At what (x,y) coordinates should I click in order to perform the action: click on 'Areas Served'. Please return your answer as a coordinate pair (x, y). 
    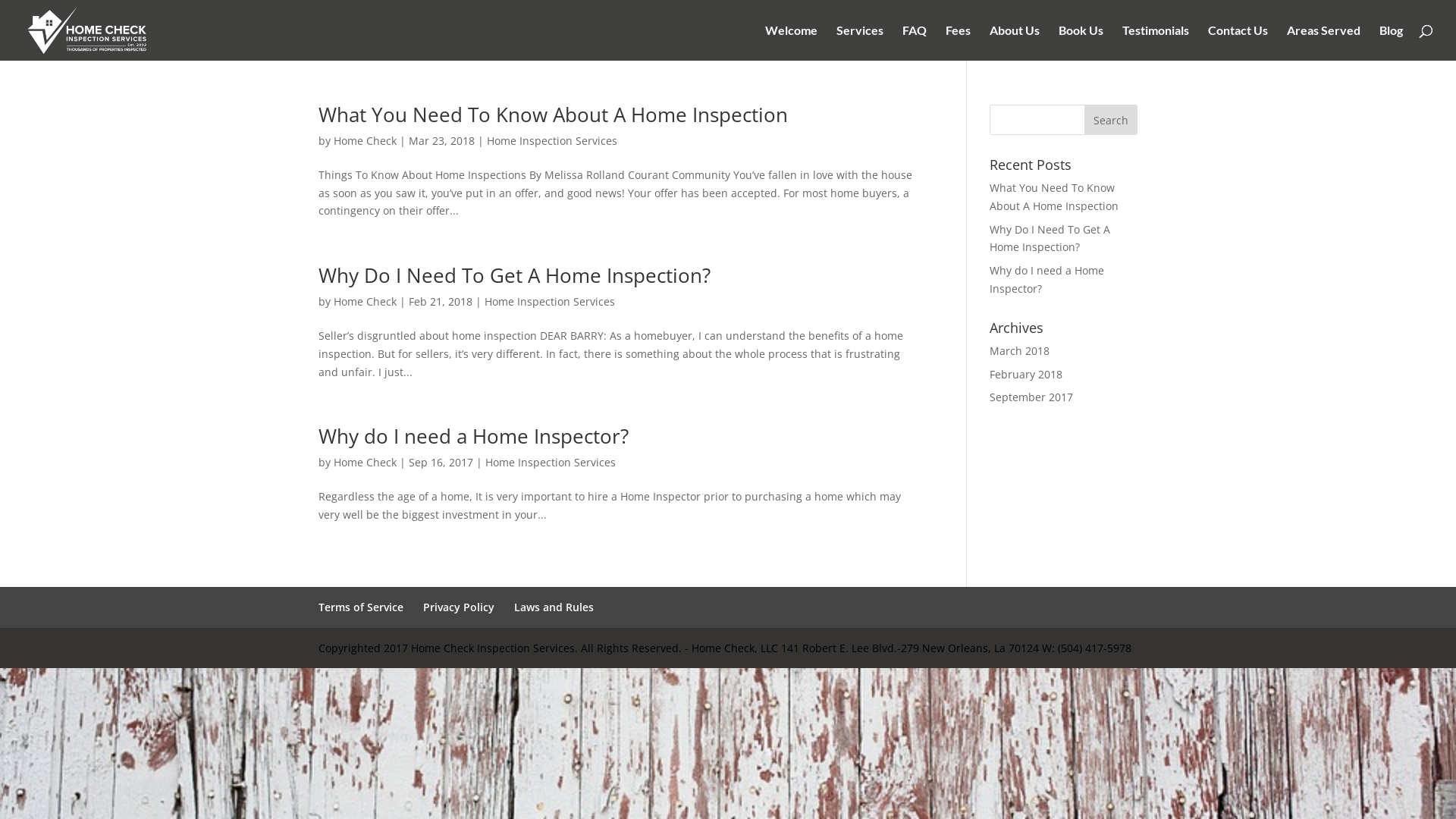
    Looking at the image, I should click on (1323, 42).